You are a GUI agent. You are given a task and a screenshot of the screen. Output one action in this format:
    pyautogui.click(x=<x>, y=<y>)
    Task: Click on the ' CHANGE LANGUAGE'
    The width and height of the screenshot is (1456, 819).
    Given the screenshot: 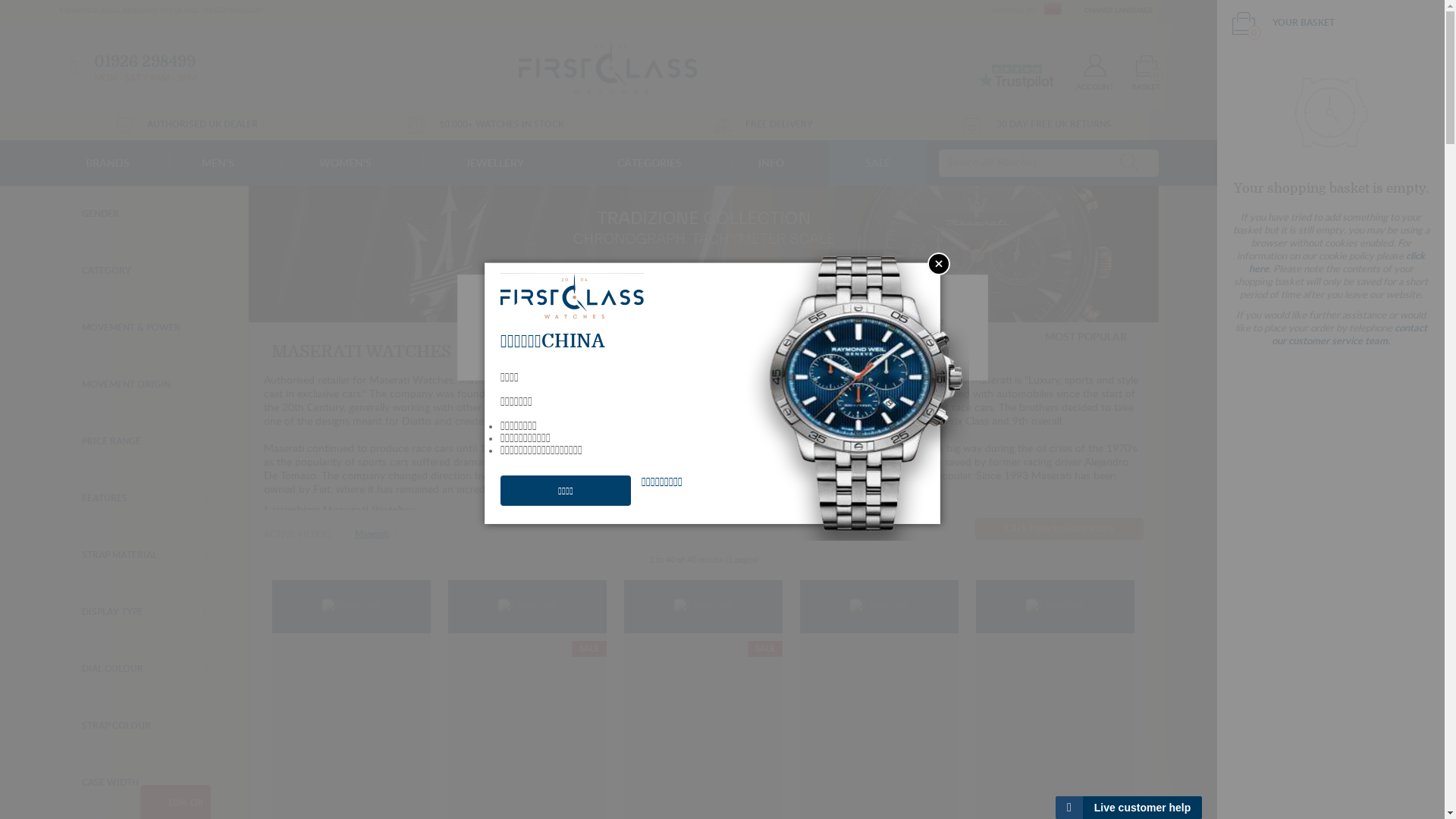 What is the action you would take?
    pyautogui.click(x=1117, y=11)
    